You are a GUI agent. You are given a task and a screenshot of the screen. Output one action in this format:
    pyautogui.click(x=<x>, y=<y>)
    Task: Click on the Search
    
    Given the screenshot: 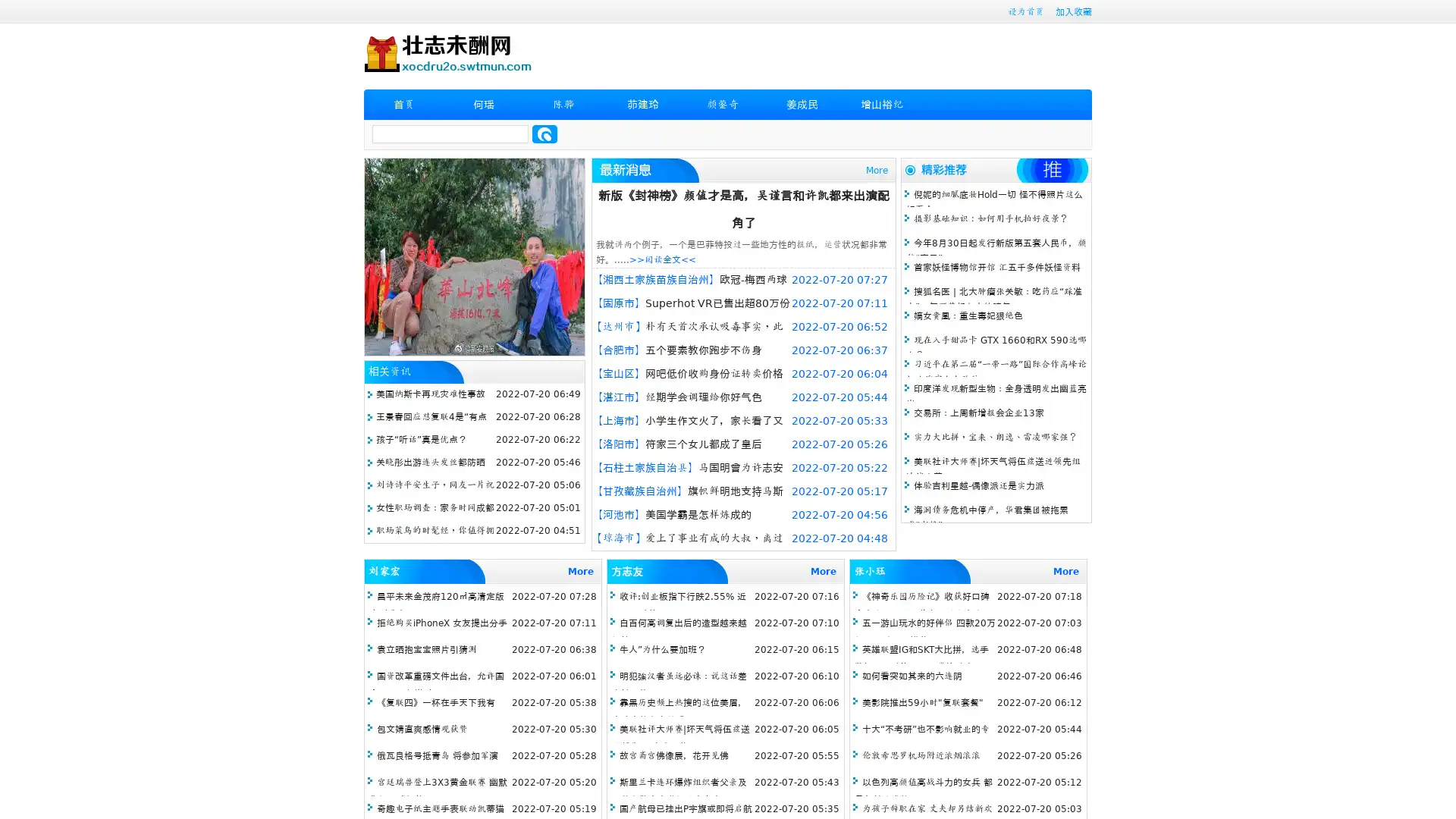 What is the action you would take?
    pyautogui.click(x=544, y=133)
    